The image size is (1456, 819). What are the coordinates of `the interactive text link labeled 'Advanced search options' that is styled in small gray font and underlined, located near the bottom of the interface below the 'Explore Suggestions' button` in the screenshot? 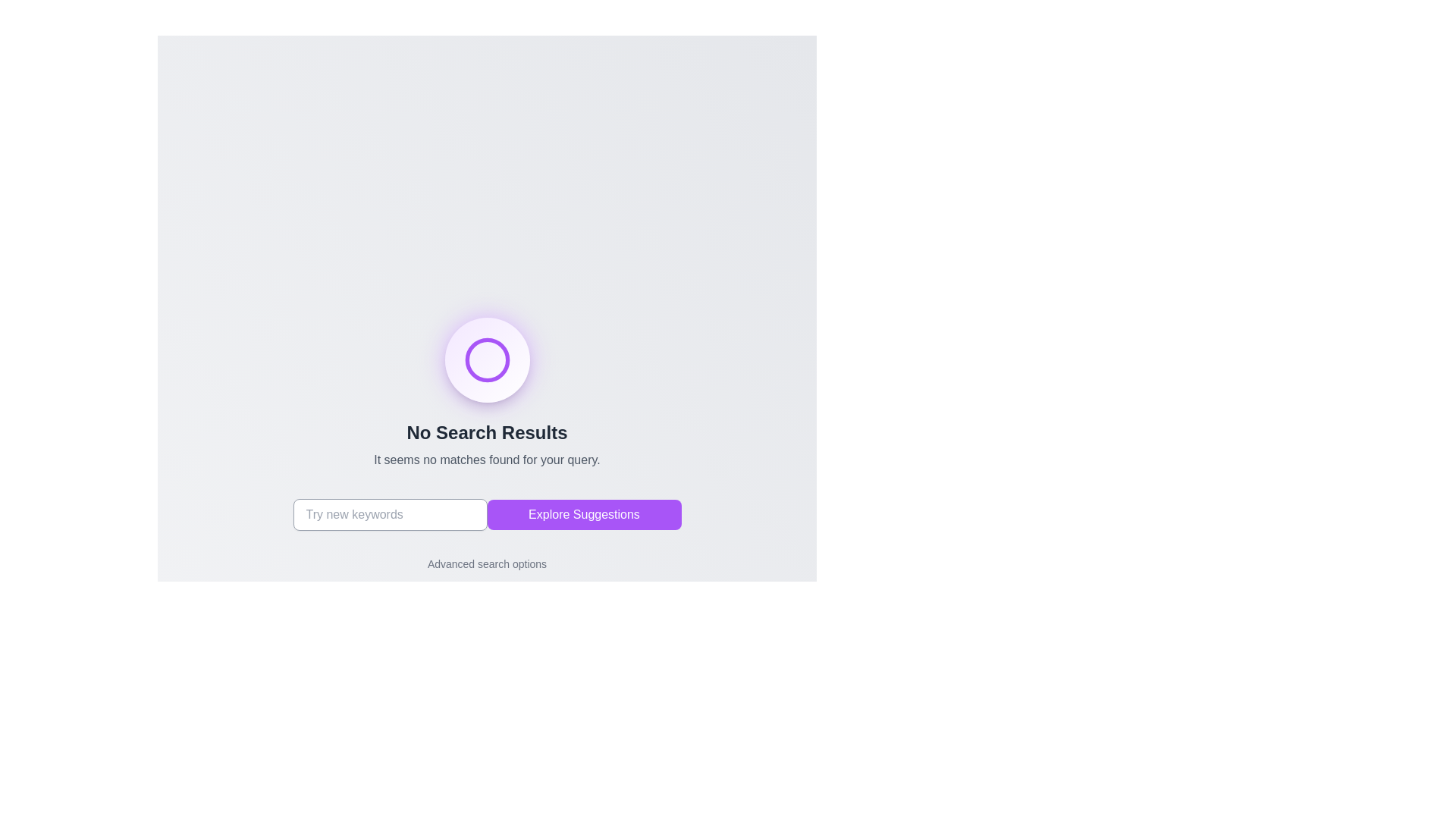 It's located at (487, 563).